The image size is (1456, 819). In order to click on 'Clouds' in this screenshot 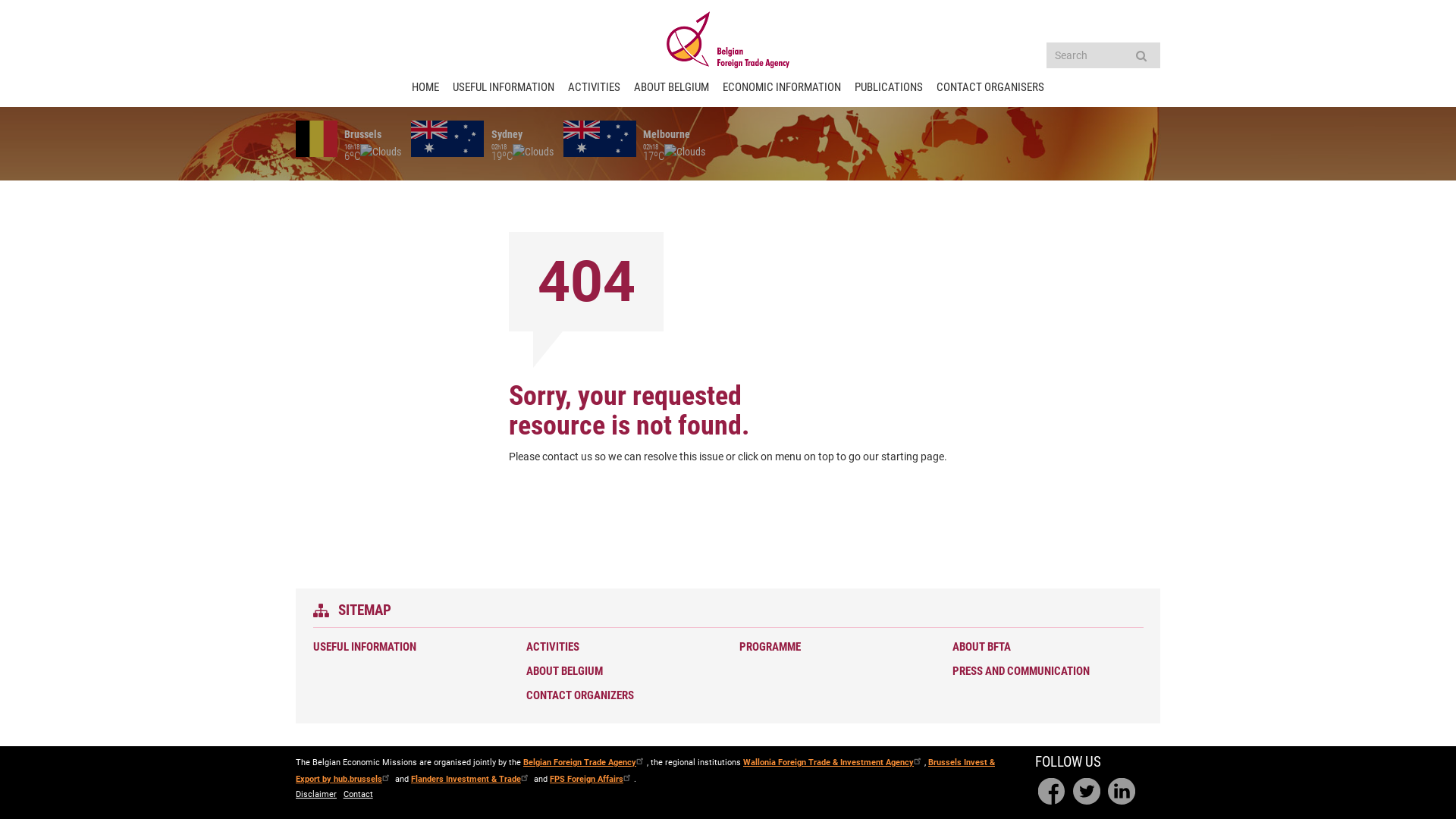, I will do `click(683, 152)`.